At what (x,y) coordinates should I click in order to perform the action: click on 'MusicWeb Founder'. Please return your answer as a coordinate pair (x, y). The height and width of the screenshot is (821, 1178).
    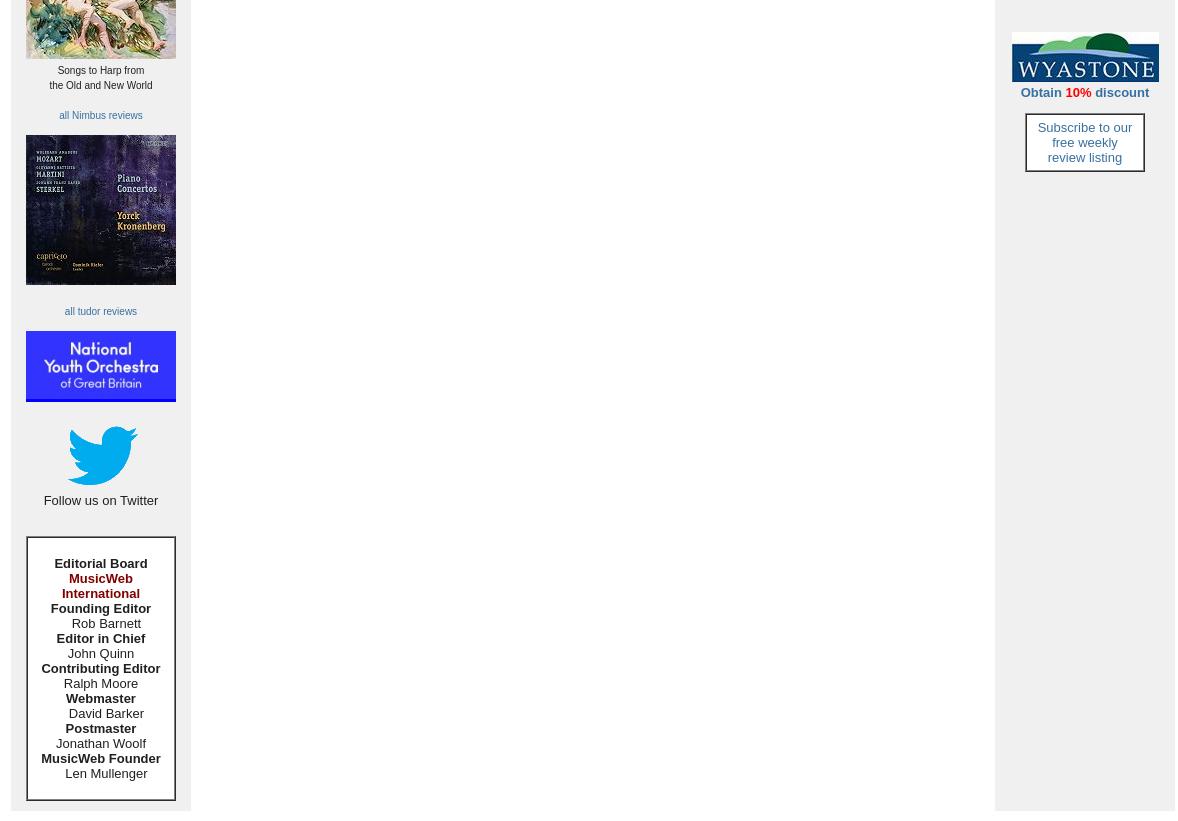
    Looking at the image, I should click on (99, 756).